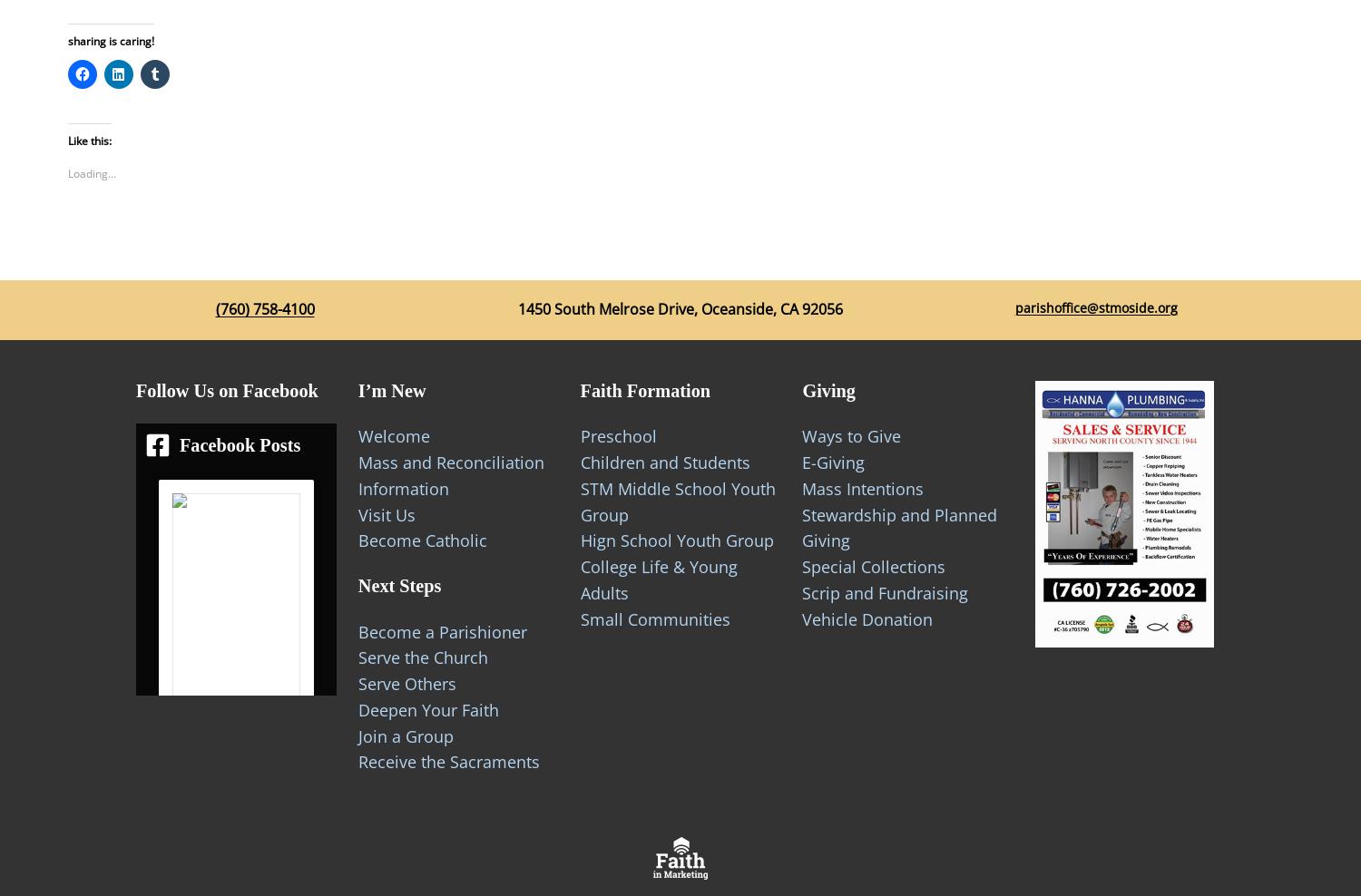 This screenshot has height=896, width=1361. What do you see at coordinates (441, 631) in the screenshot?
I see `'Become a Parishioner'` at bounding box center [441, 631].